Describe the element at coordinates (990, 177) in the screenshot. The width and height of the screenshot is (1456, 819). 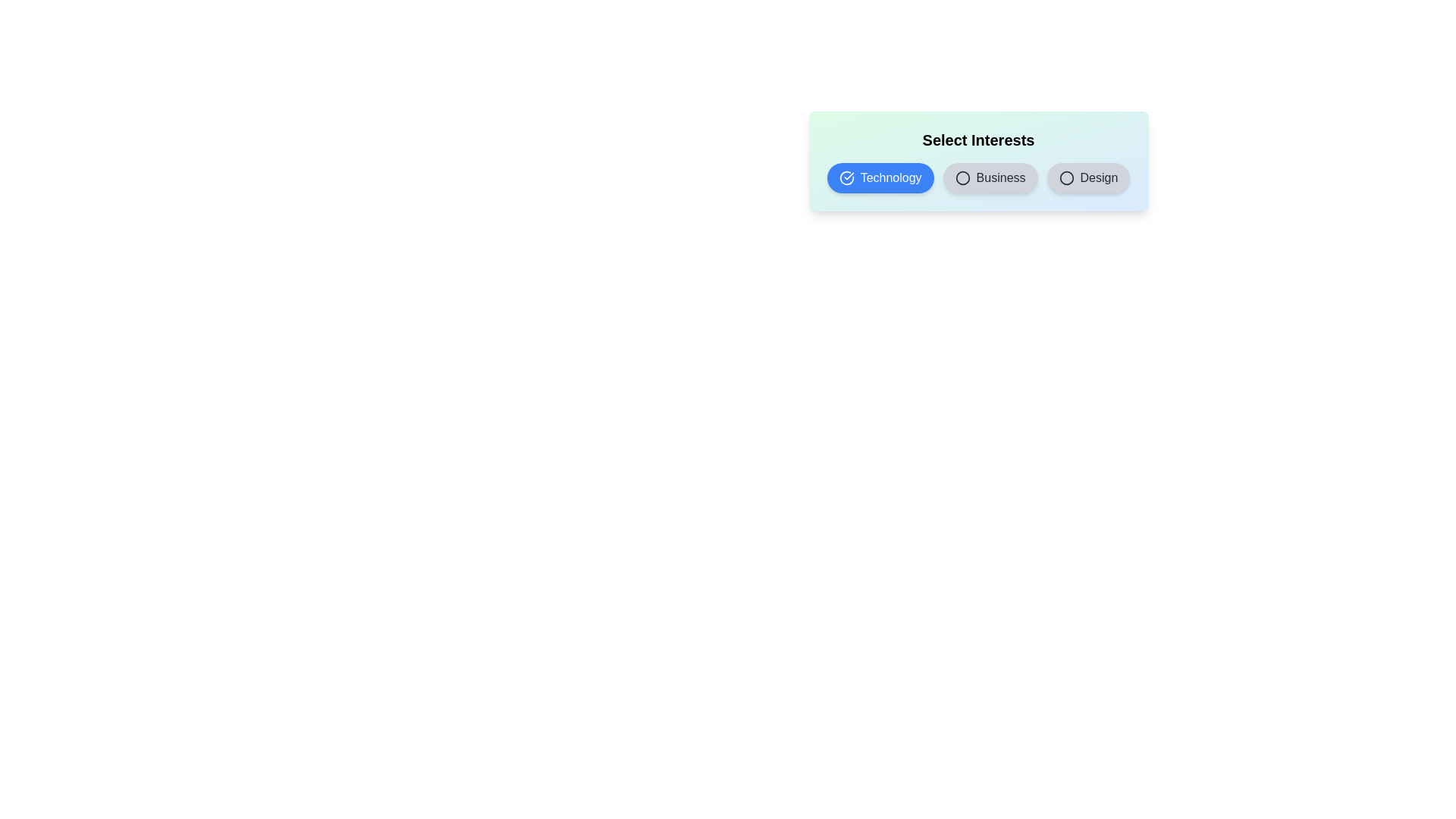
I see `the tag Business` at that location.